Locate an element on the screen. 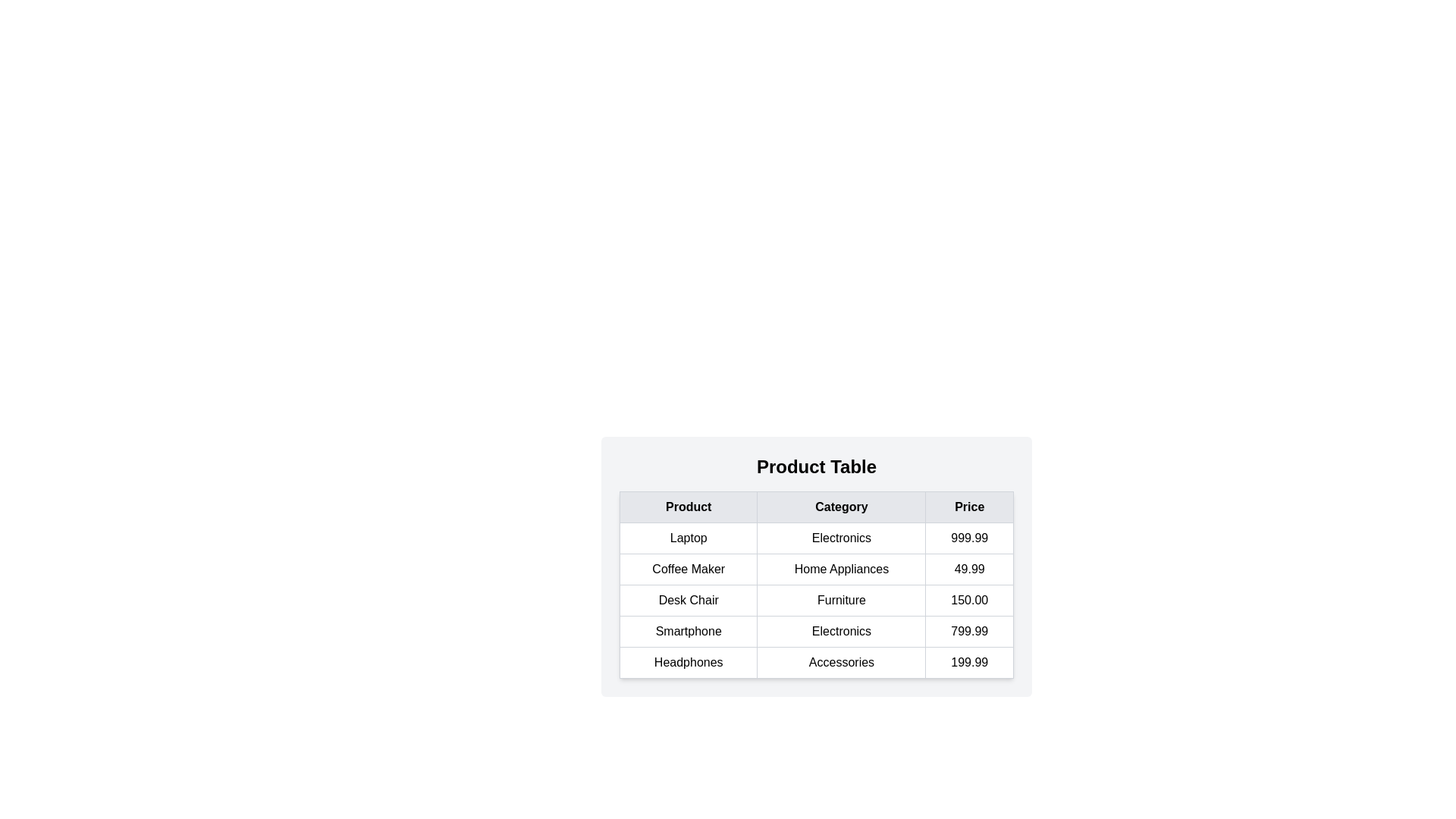 The height and width of the screenshot is (819, 1456). the text label displaying 'Smartphone' in the 'Product Table' under the 'Product' column is located at coordinates (688, 632).